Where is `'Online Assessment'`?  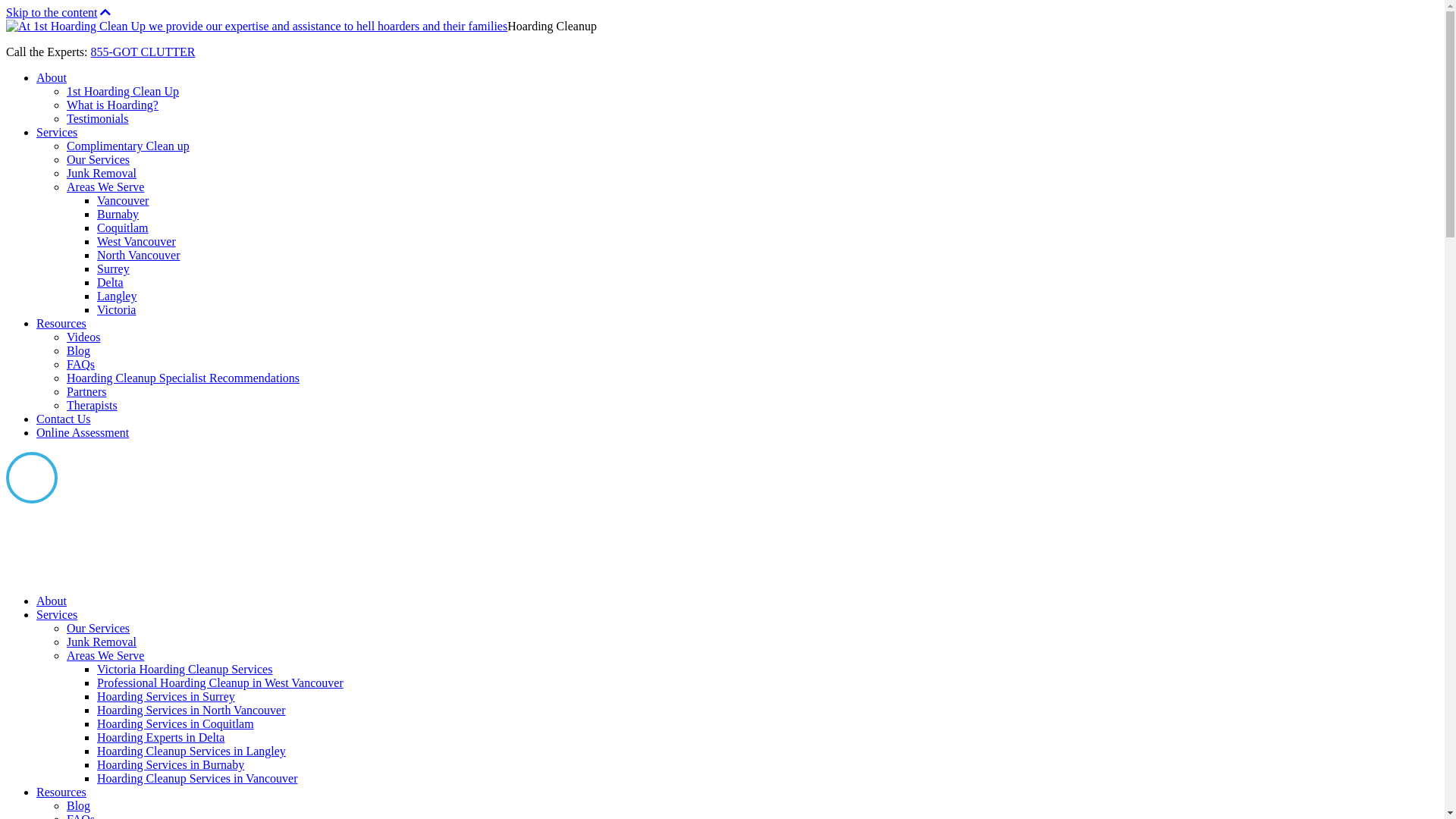 'Online Assessment' is located at coordinates (82, 432).